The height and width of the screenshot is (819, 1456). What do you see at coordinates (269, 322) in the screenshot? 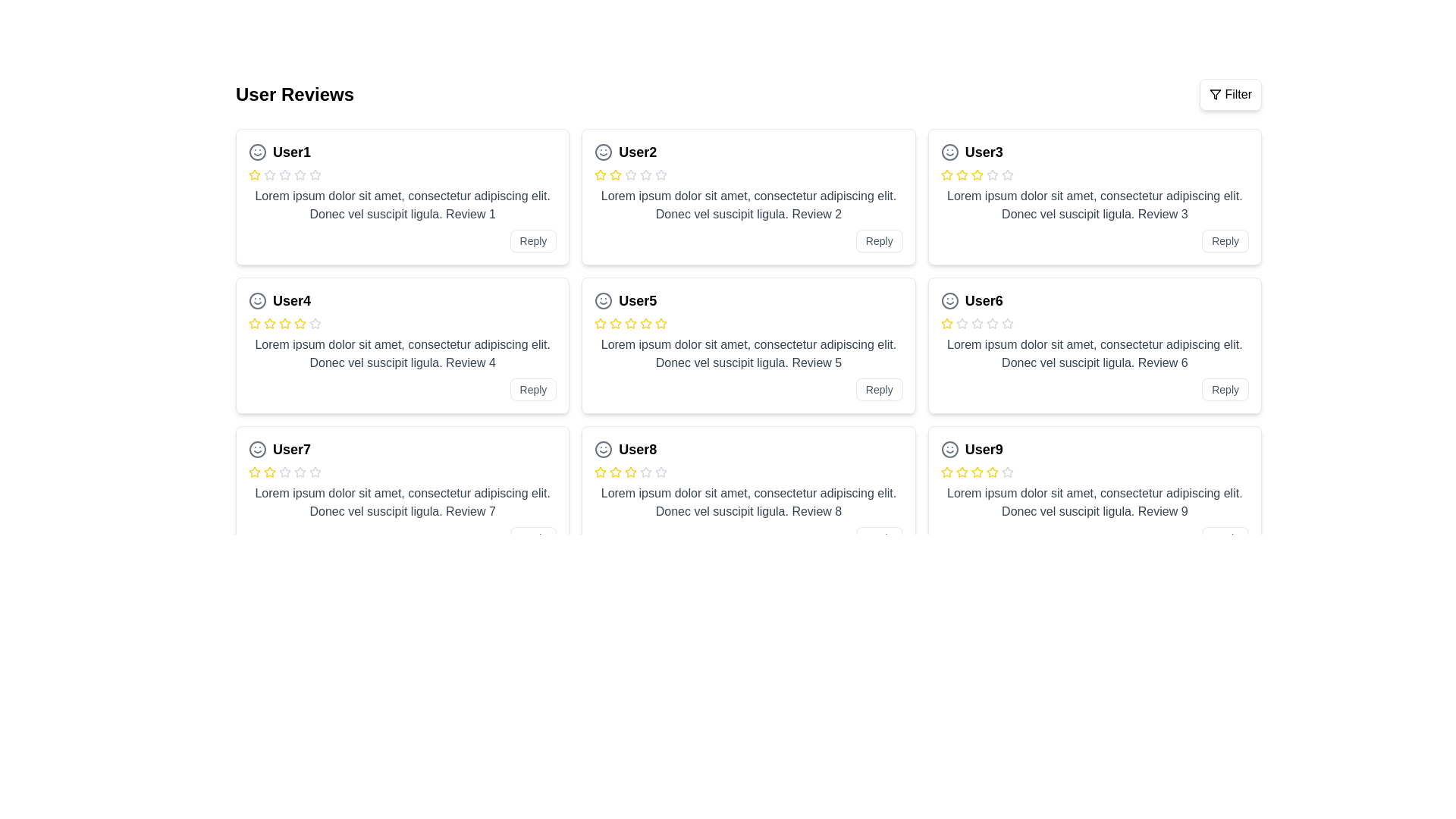
I see `the second star in the five-pointed star rating icon for the review titled 'User4'` at bounding box center [269, 322].